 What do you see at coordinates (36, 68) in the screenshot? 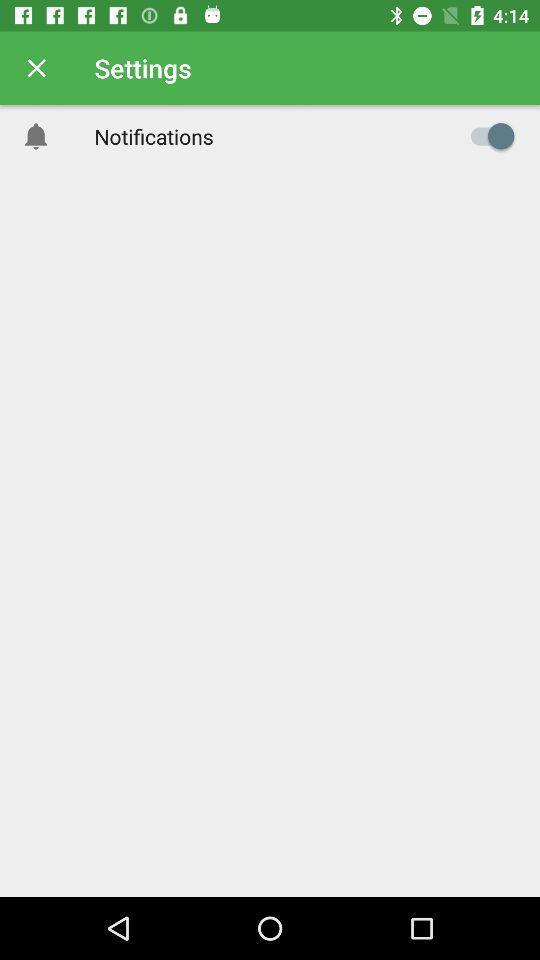
I see `the icon next to settings icon` at bounding box center [36, 68].